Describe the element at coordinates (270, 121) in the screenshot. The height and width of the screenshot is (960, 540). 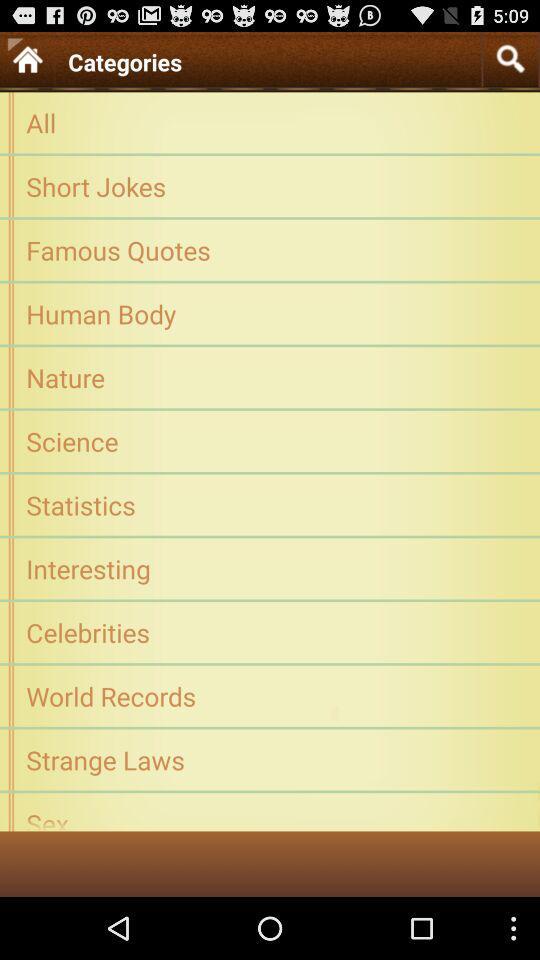
I see `app above the short jokes` at that location.